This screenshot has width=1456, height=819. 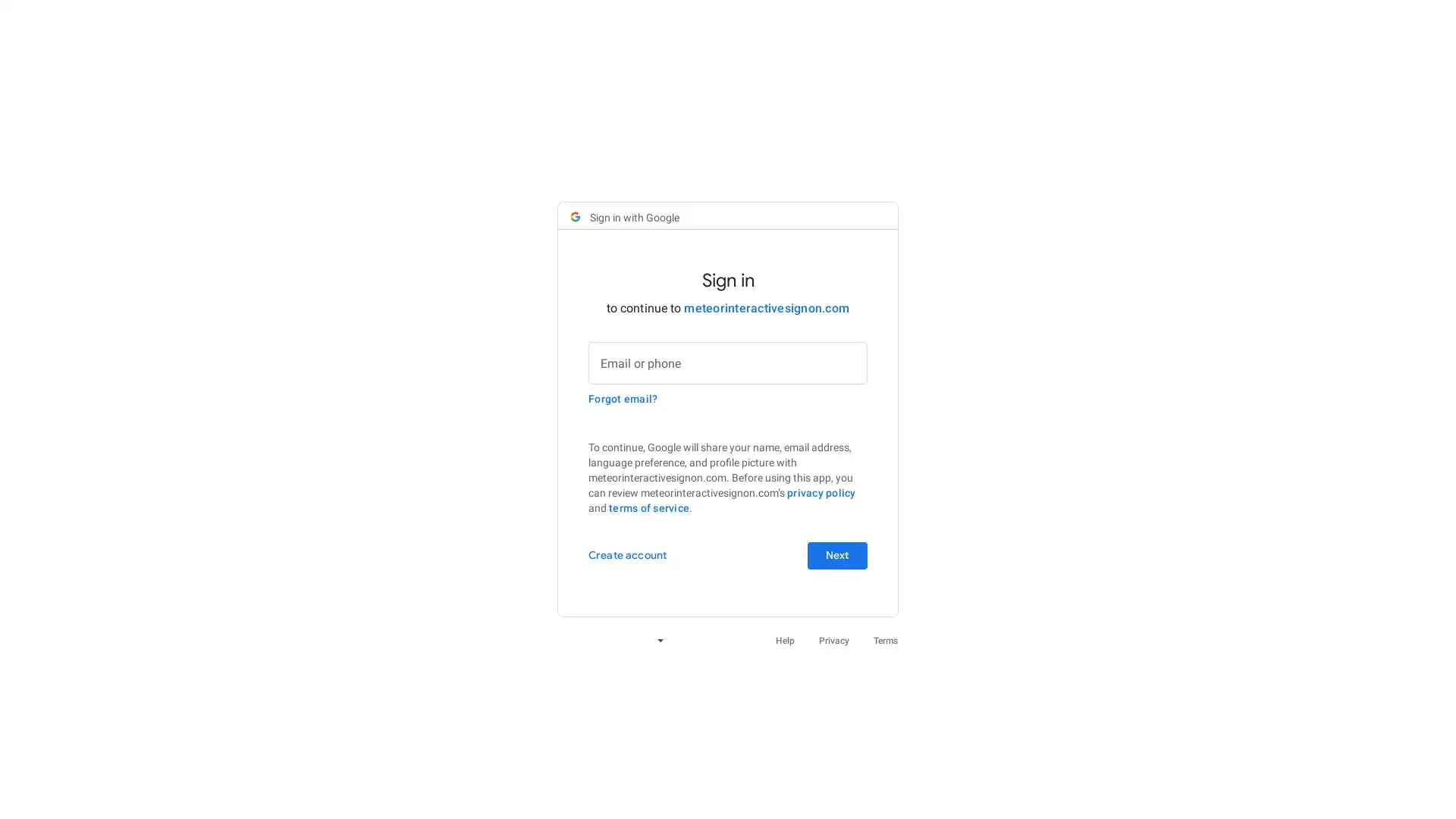 What do you see at coordinates (627, 555) in the screenshot?
I see `Create account` at bounding box center [627, 555].